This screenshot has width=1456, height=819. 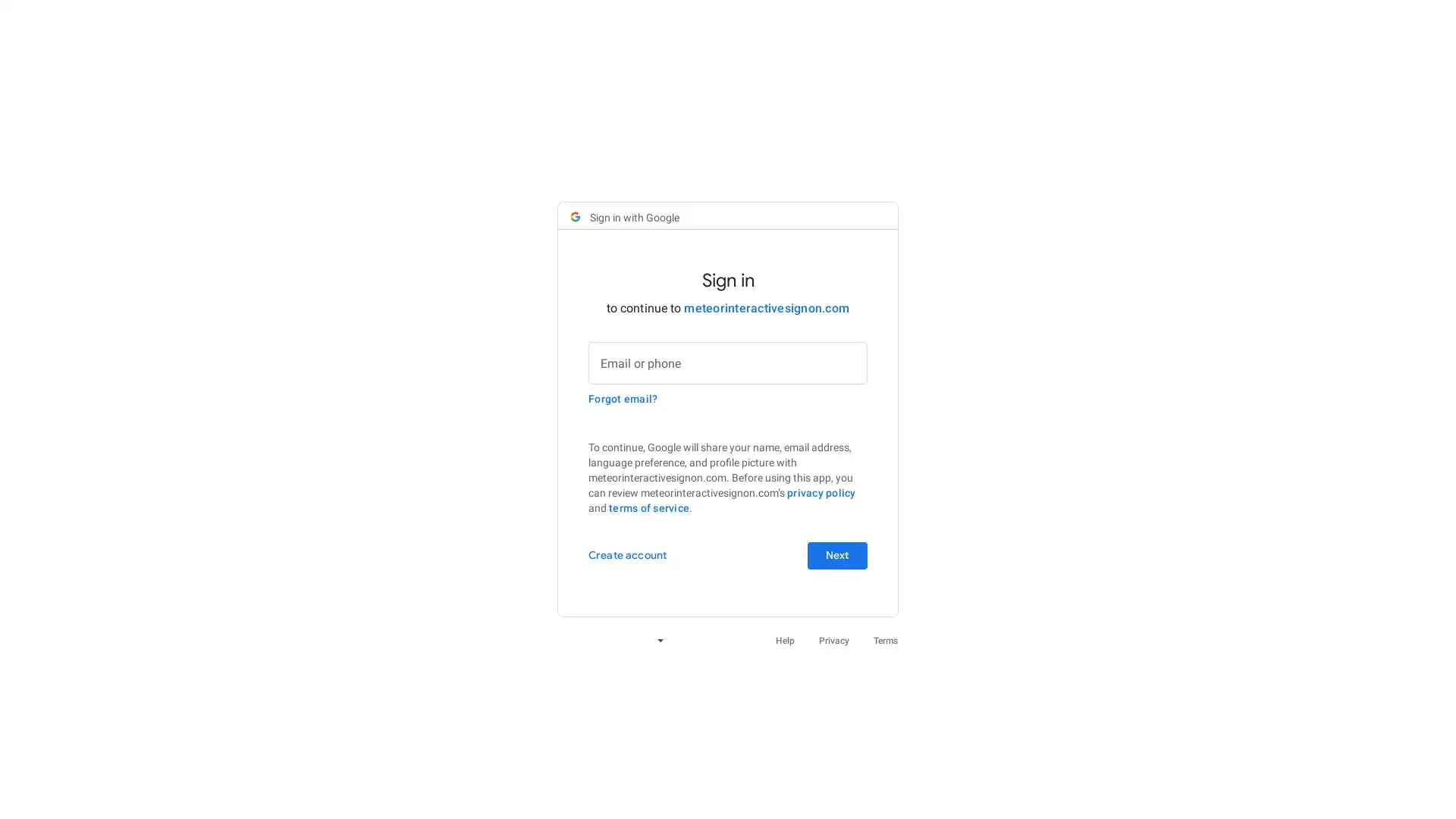 What do you see at coordinates (627, 555) in the screenshot?
I see `Create account` at bounding box center [627, 555].